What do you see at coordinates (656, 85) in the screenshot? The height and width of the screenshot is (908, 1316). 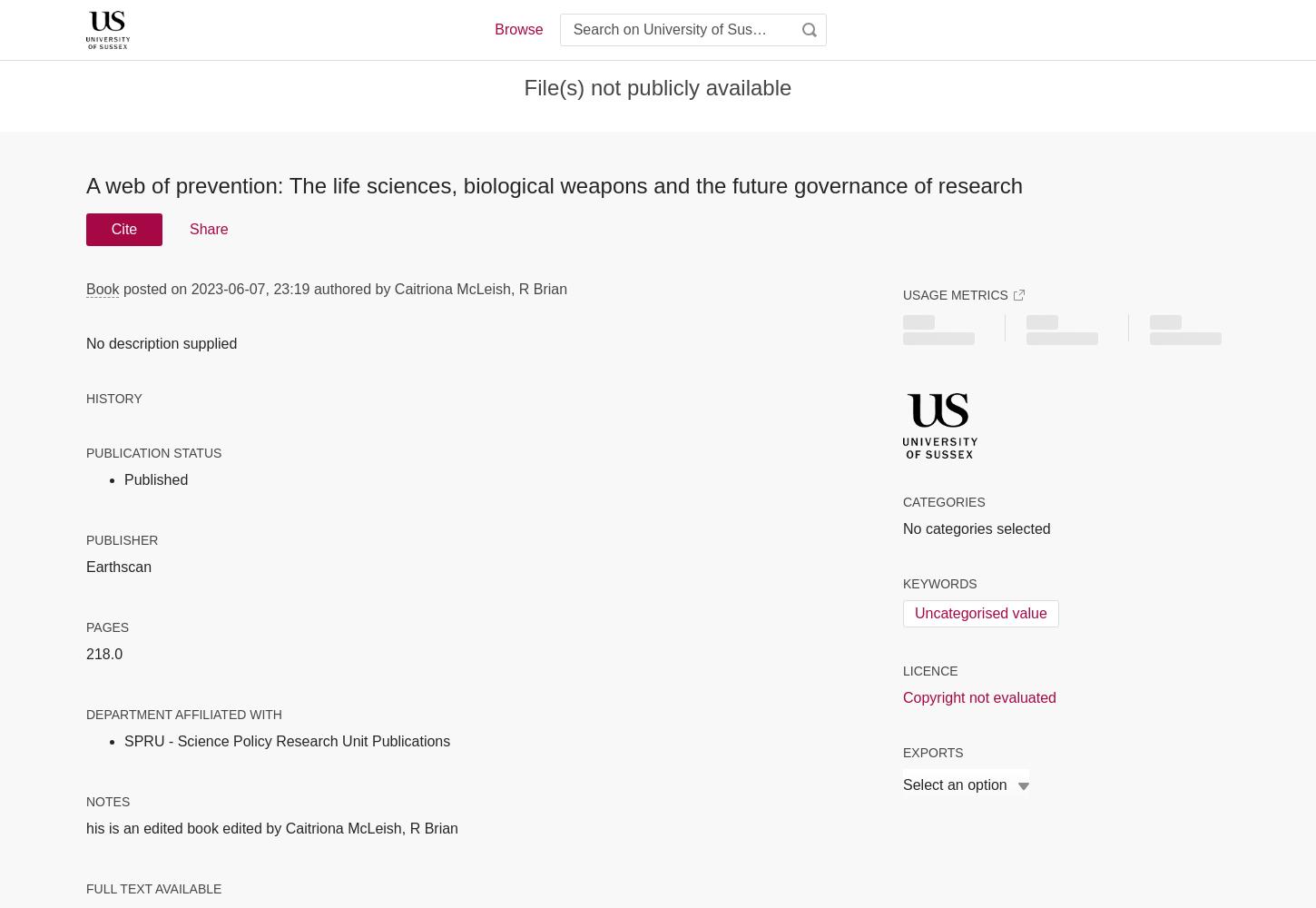 I see `'File(s) not publicly available'` at bounding box center [656, 85].